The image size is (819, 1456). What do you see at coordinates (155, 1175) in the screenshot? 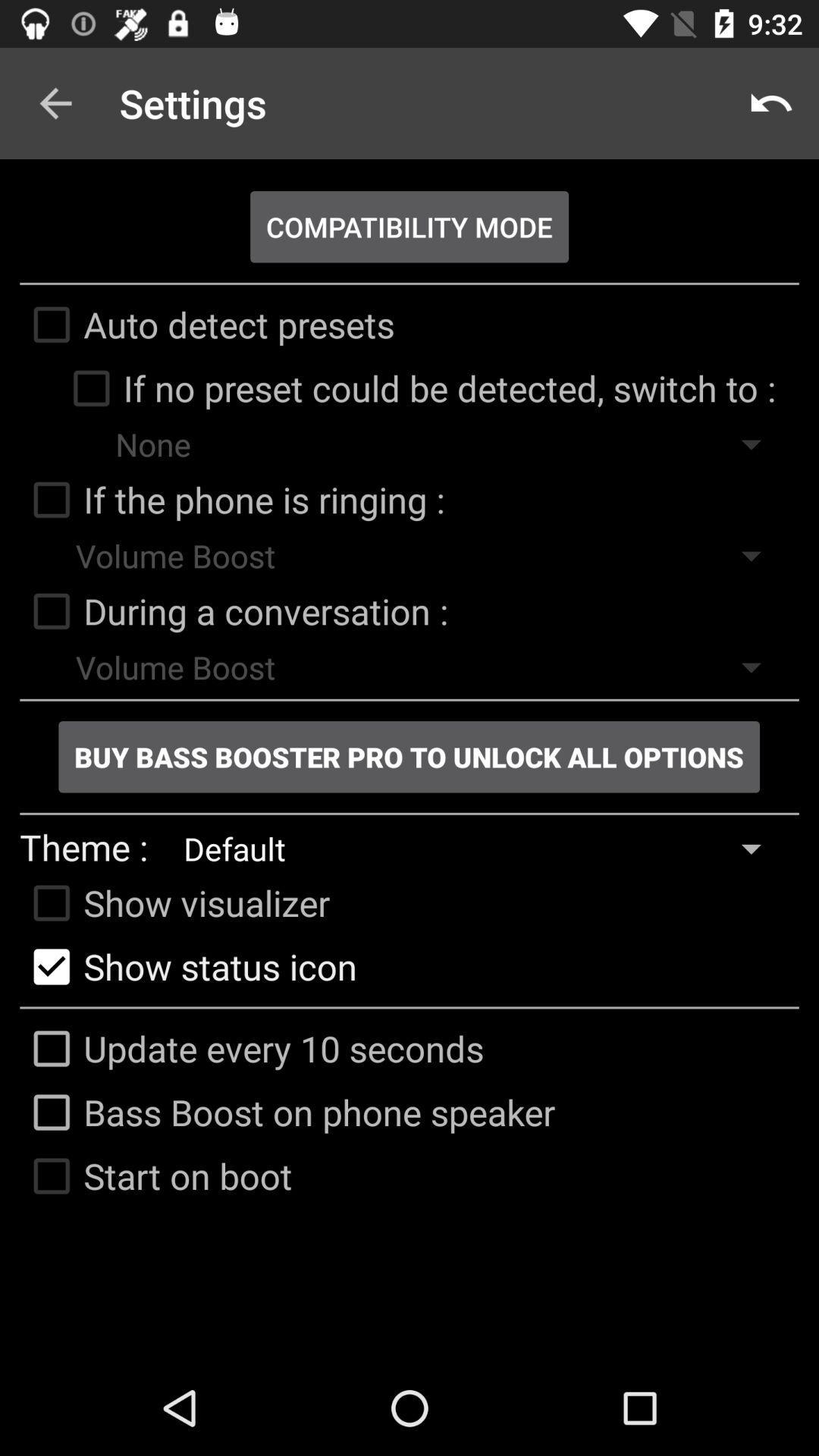
I see `the start on boot` at bounding box center [155, 1175].